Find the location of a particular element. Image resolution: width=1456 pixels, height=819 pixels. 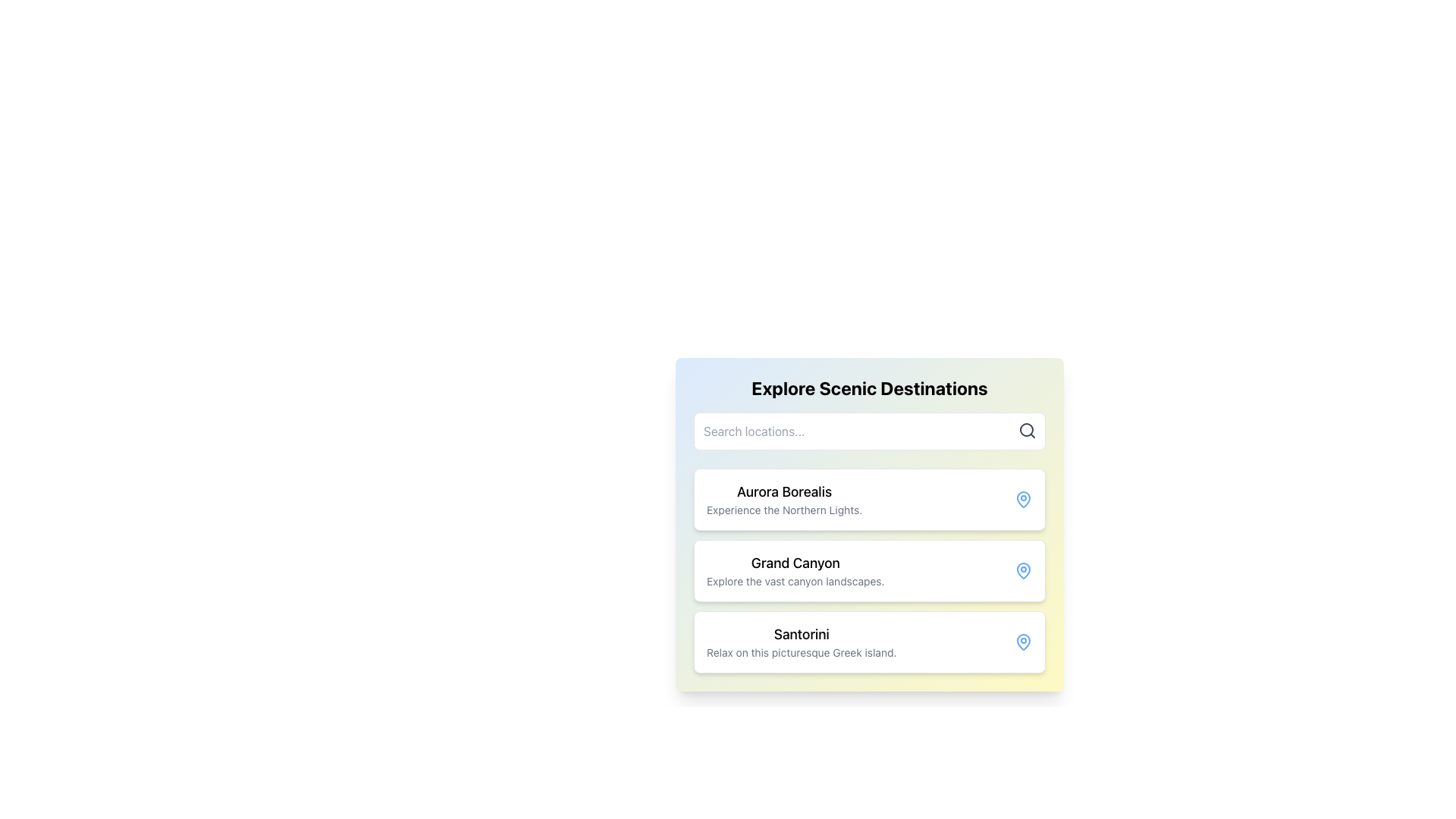

the blue outlined map pin icon located at the far right end of the 'Grand Canyon' card is located at coordinates (1023, 570).